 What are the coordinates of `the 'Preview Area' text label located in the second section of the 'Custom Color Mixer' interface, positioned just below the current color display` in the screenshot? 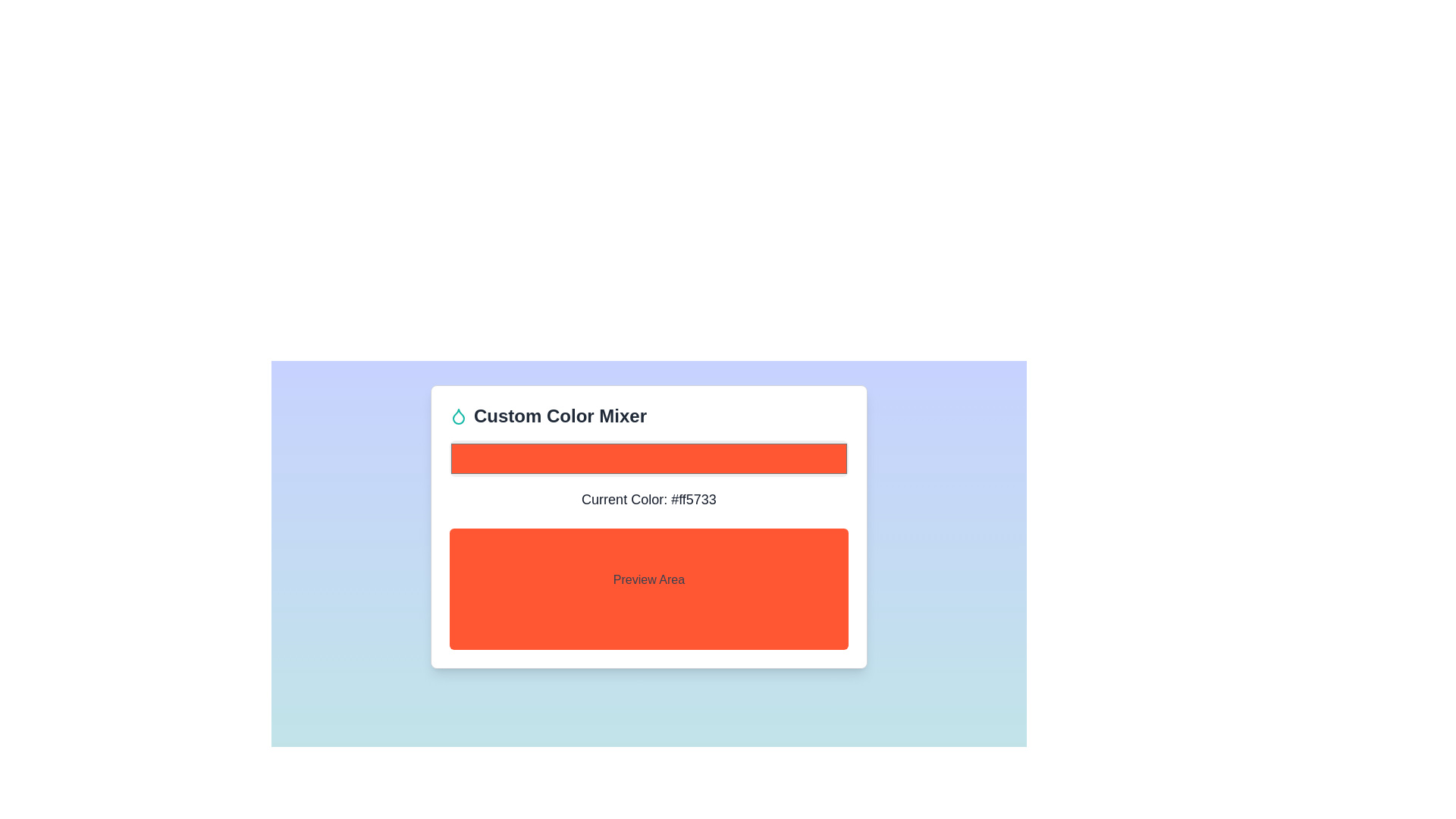 It's located at (648, 579).